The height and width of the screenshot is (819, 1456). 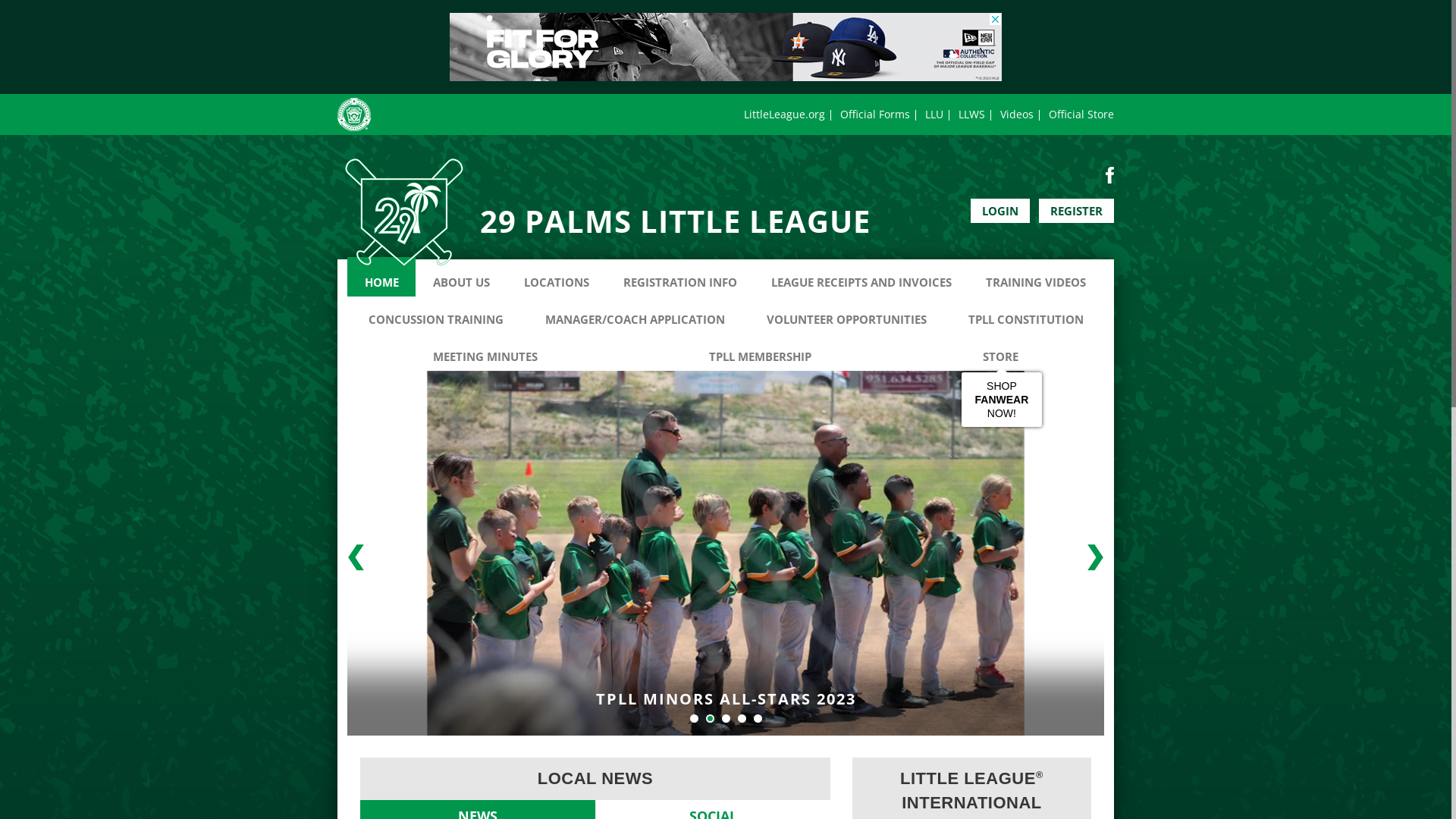 I want to click on 'VOLUNTEER OPPORTUNITIES', so click(x=846, y=312).